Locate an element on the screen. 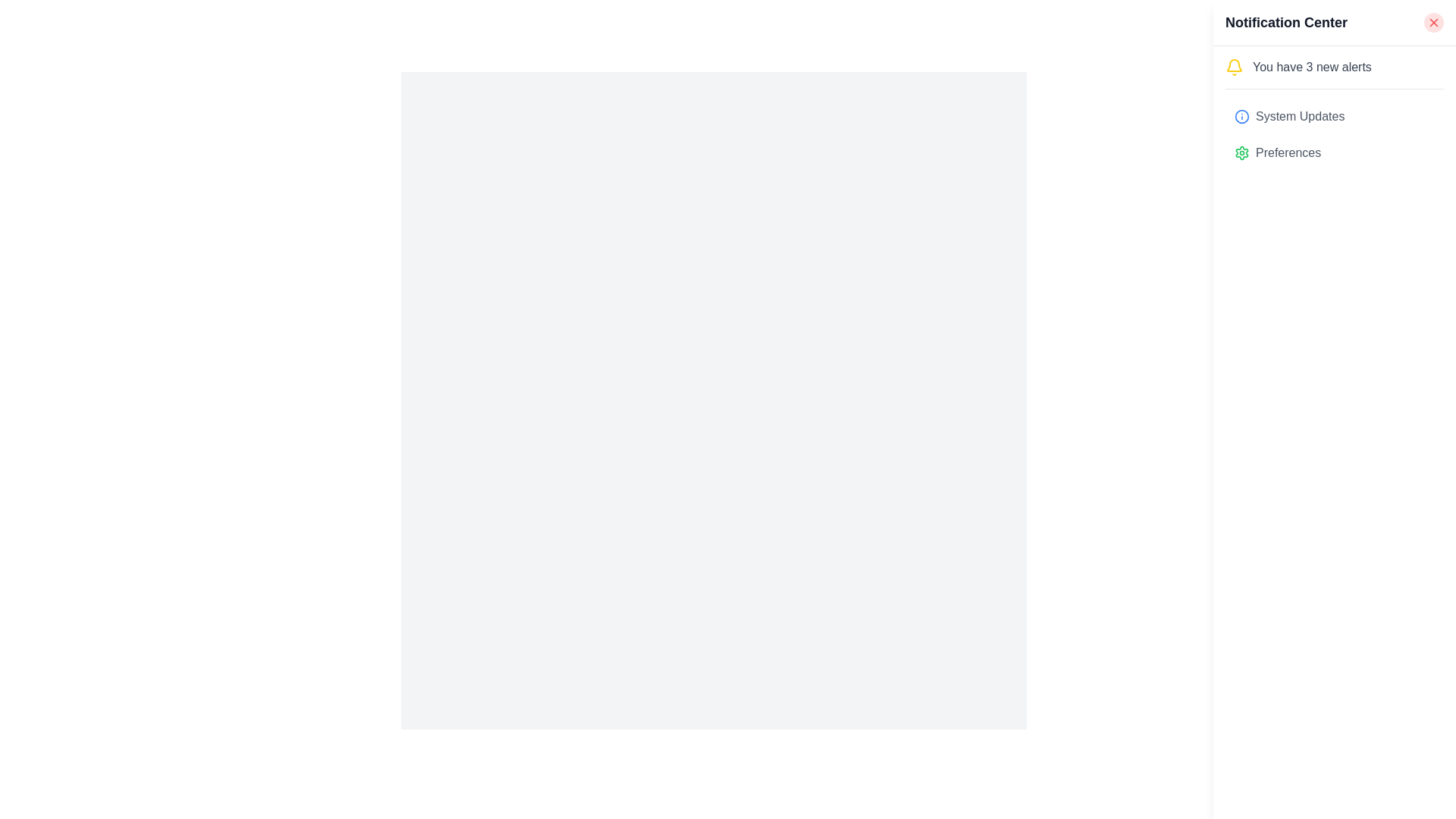  the Preferences Button located is located at coordinates (1335, 152).